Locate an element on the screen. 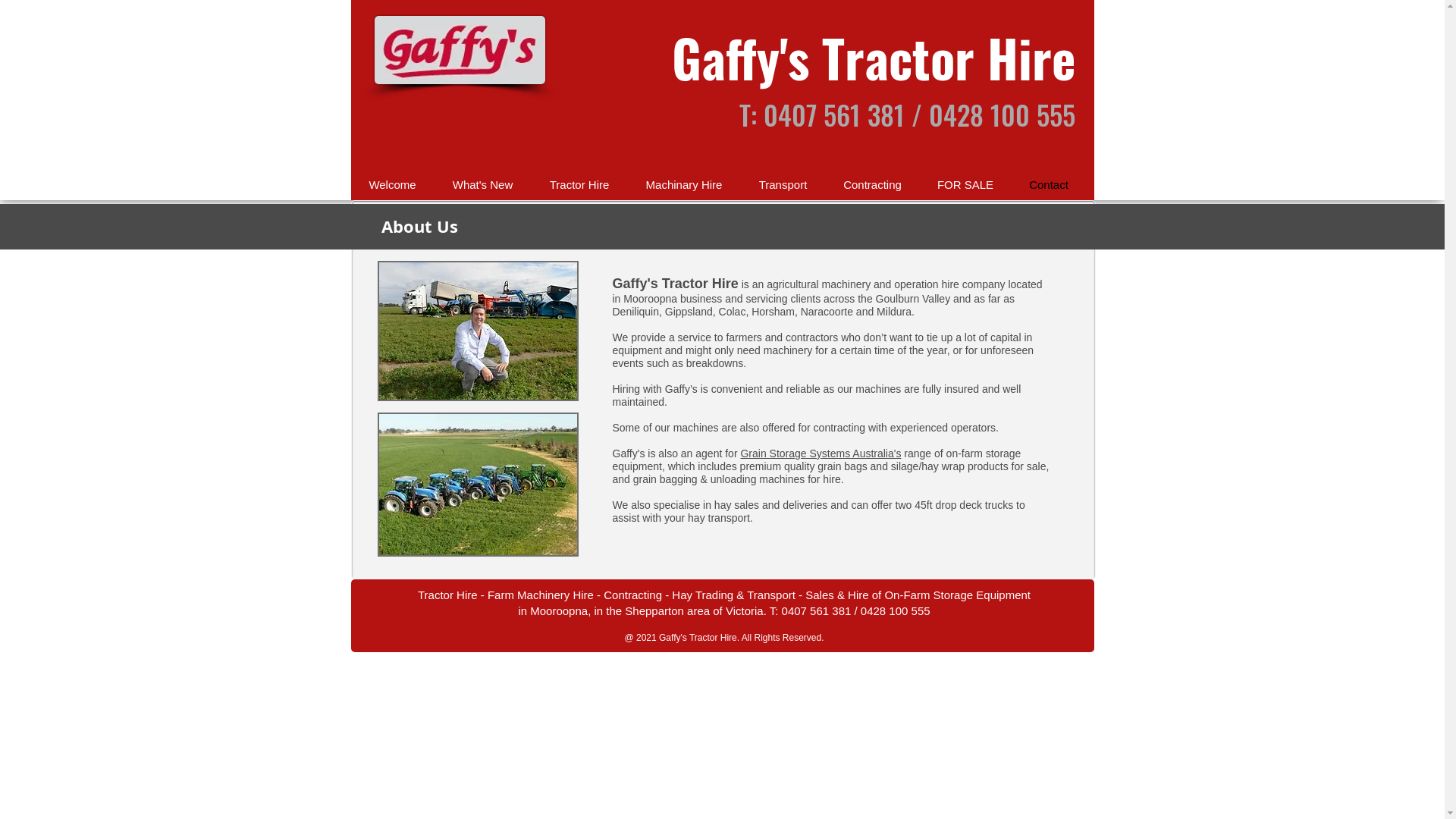 This screenshot has width=1456, height=819. 'What's New' is located at coordinates (481, 184).